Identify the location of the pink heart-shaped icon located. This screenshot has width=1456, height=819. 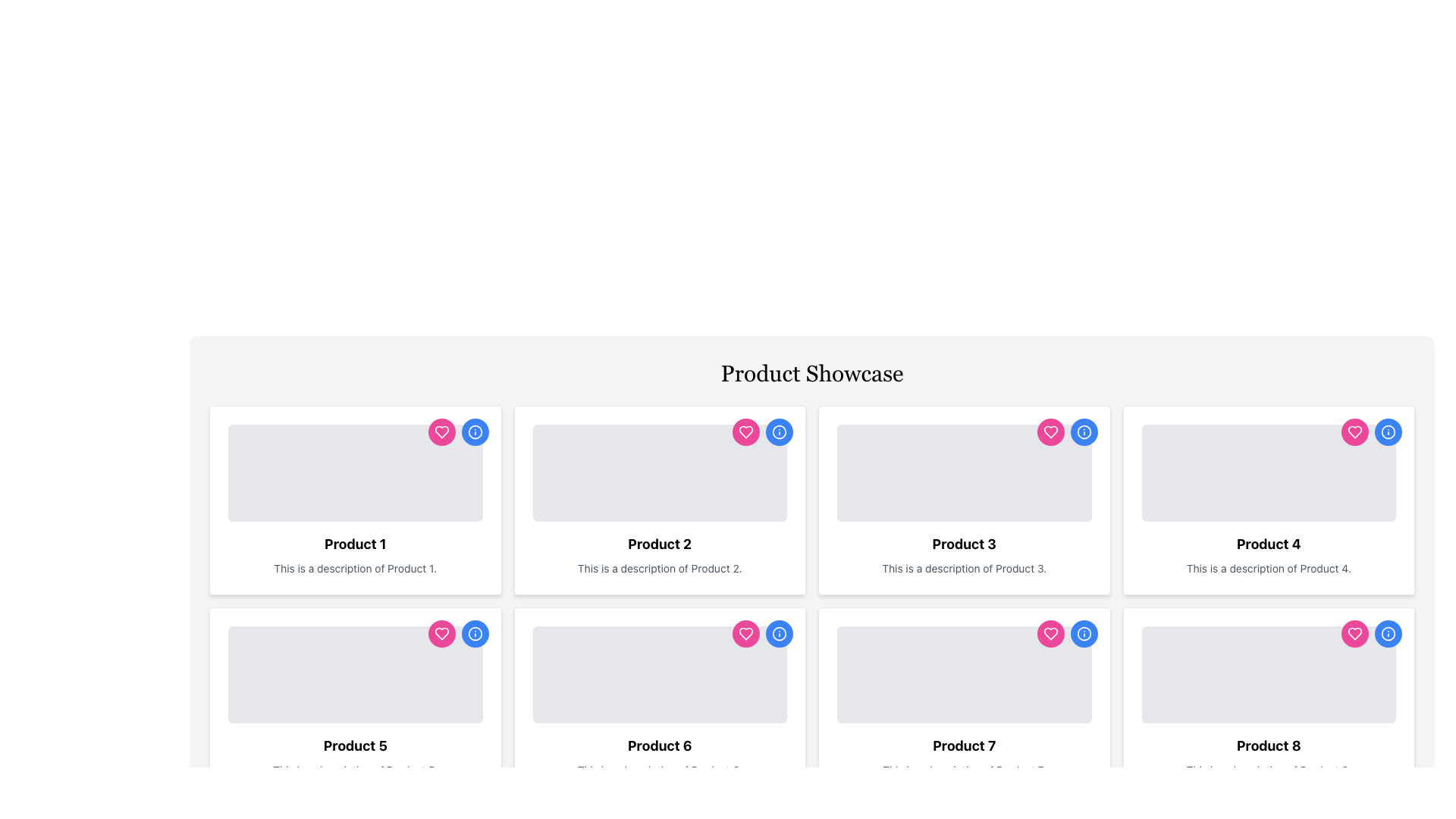
(745, 432).